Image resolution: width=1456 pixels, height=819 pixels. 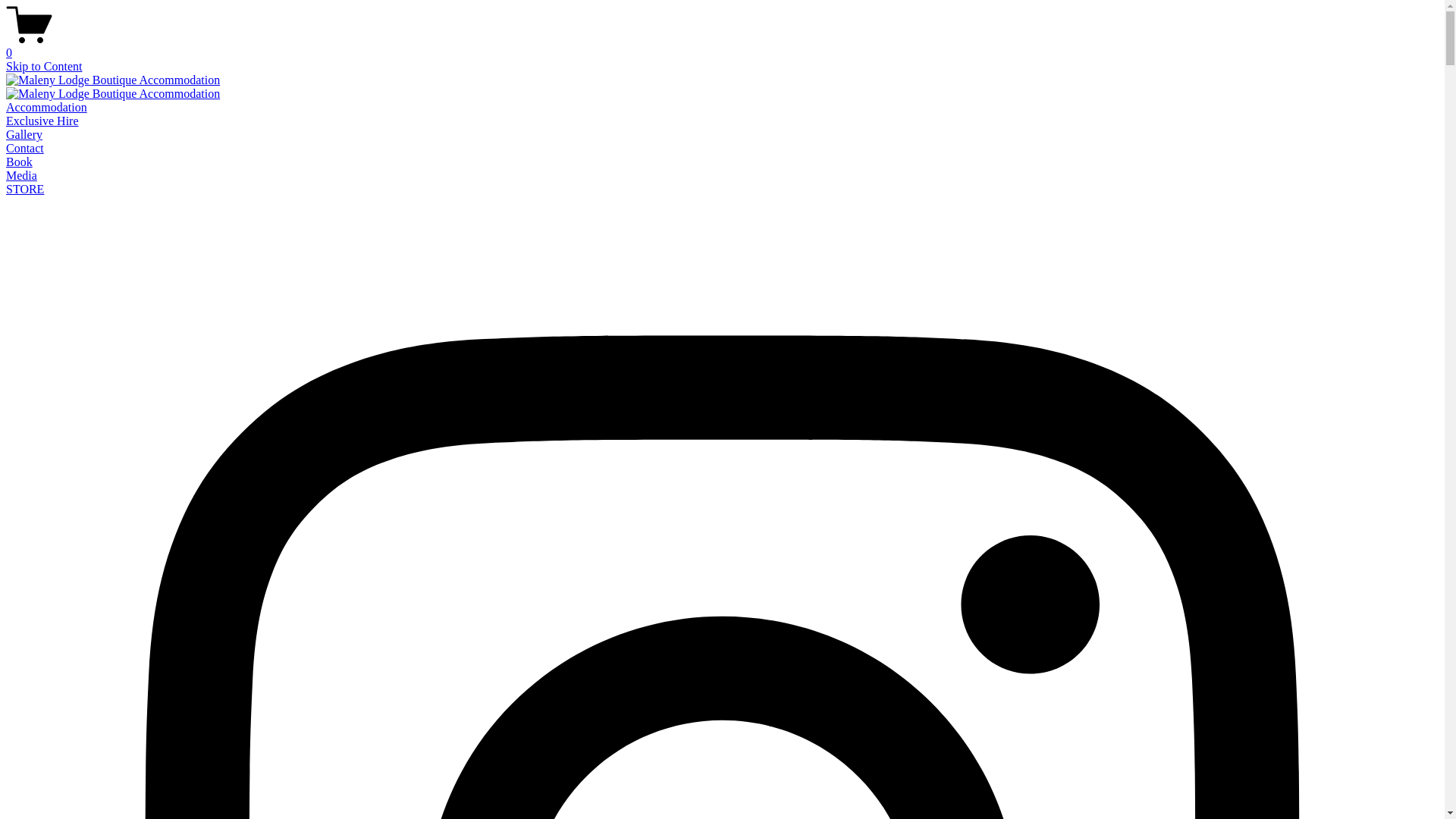 I want to click on 'Book', so click(x=19, y=162).